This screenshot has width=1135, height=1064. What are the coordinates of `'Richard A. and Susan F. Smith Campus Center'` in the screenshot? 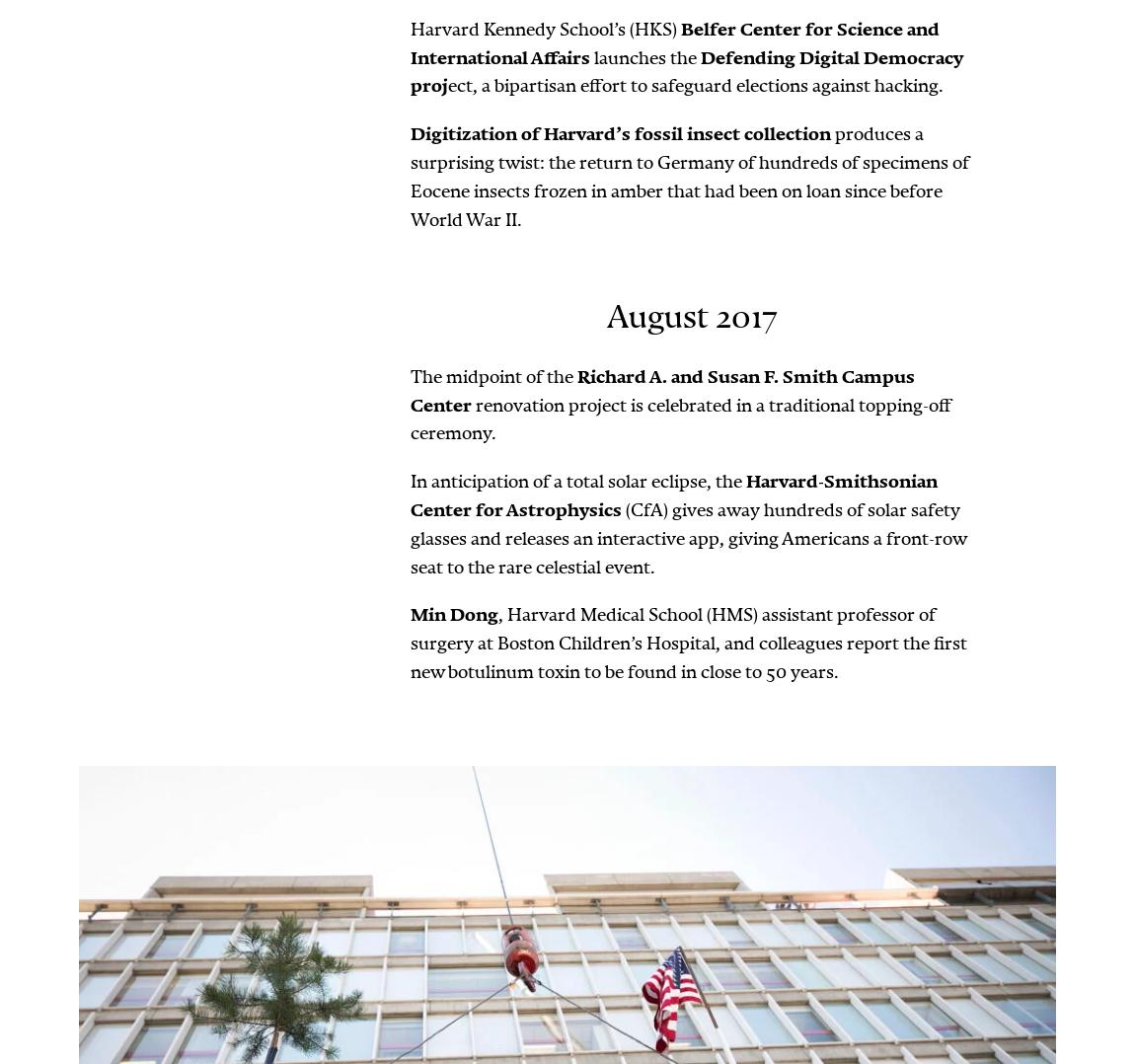 It's located at (661, 389).